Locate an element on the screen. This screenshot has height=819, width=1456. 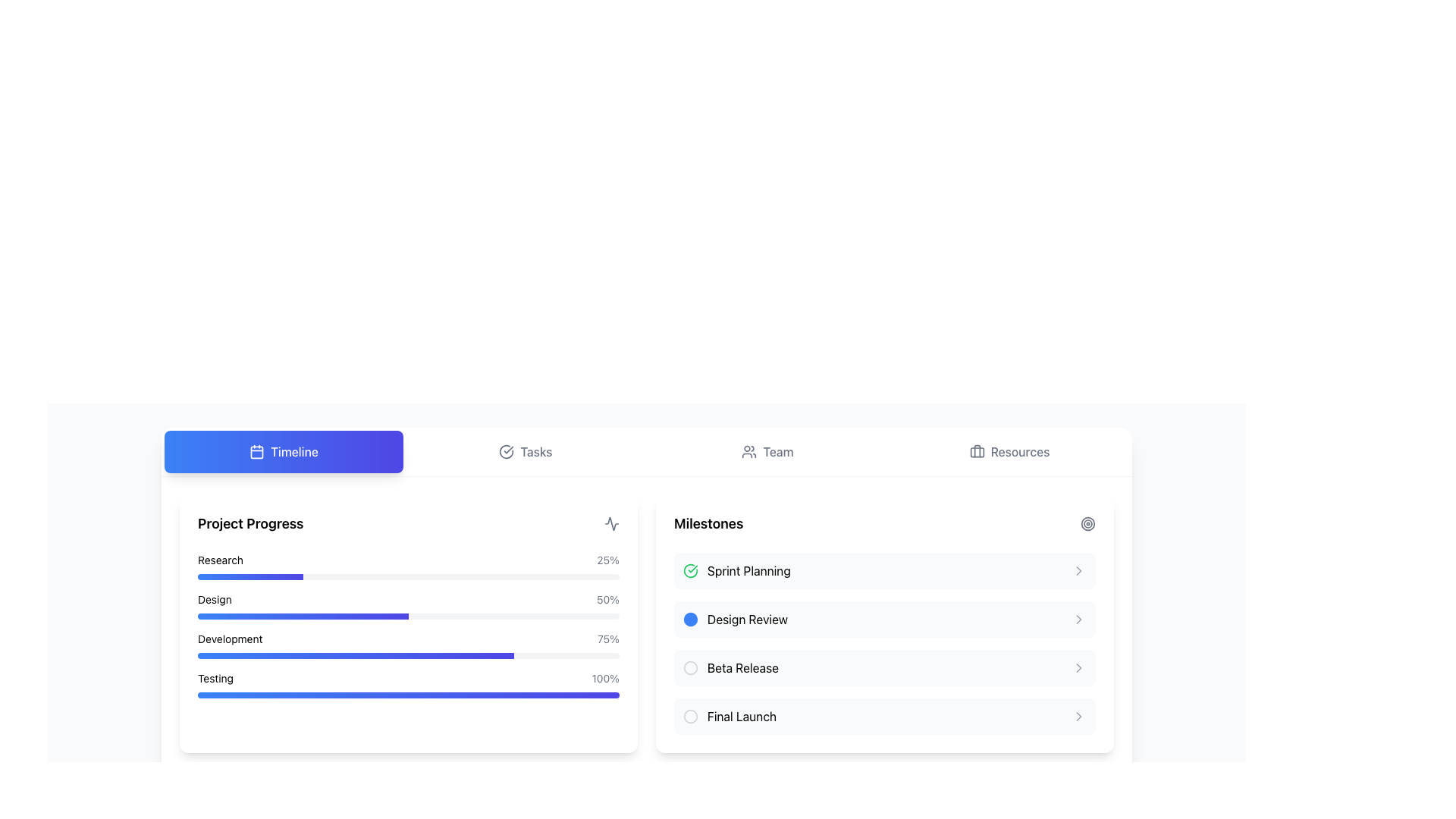
text content of the Text element displaying 'Timeline', which is centered in a header bar with a blue-to-indigo gradient background is located at coordinates (294, 451).